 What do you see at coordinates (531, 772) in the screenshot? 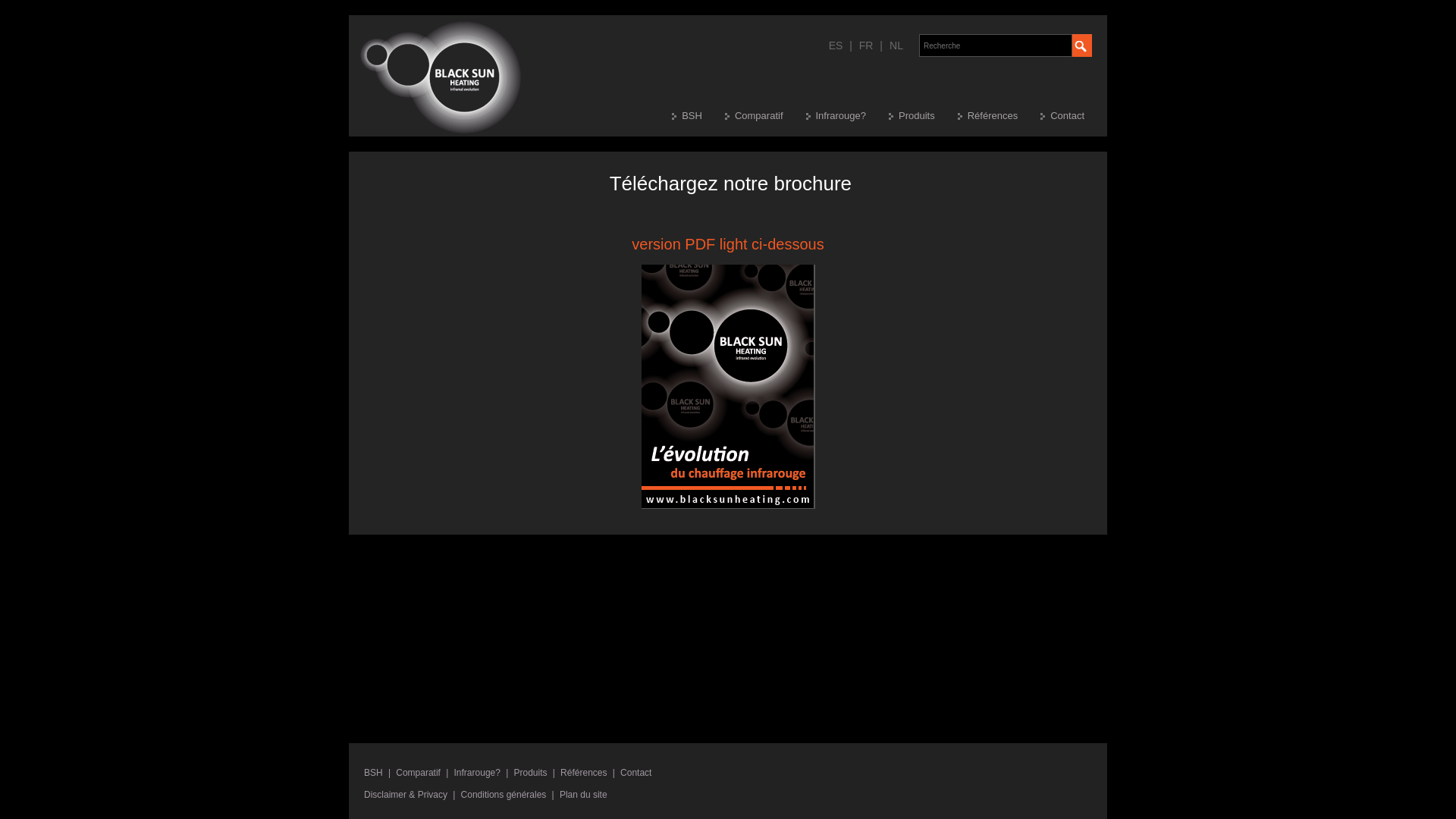
I see `'Produits'` at bounding box center [531, 772].